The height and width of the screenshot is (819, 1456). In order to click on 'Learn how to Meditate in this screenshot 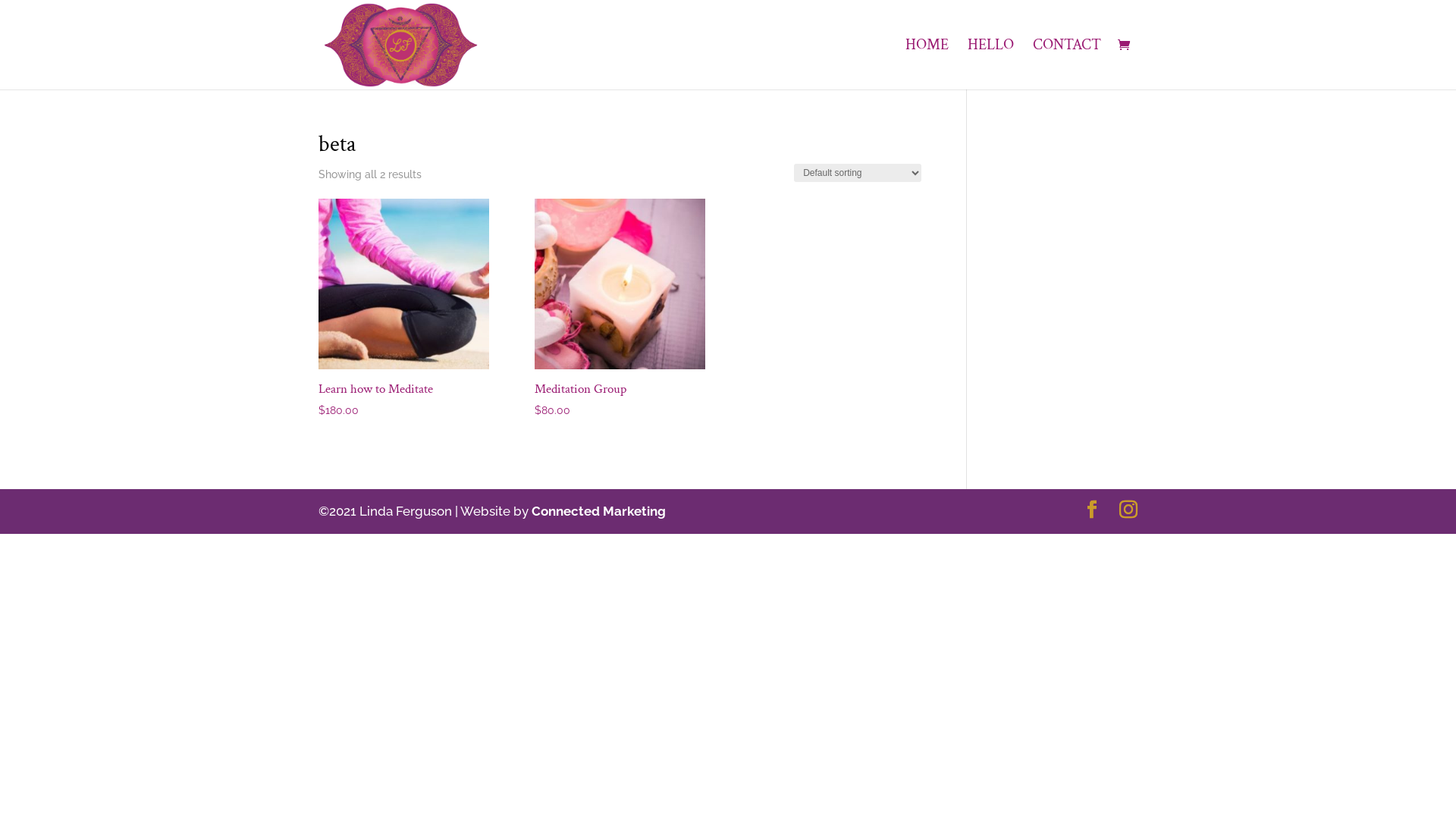, I will do `click(403, 309)`.